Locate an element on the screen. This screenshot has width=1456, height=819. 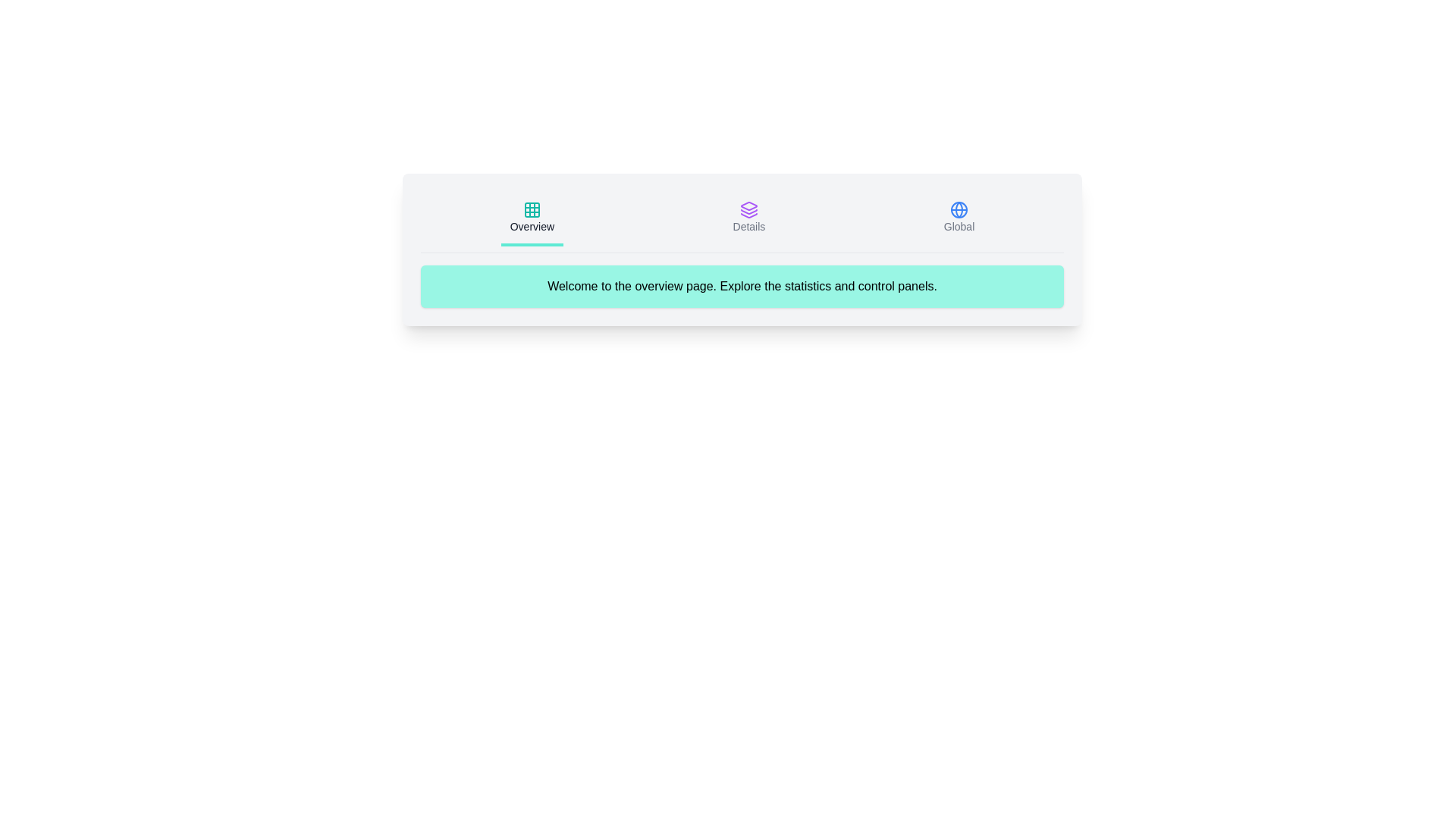
the icon corresponding to Overview is located at coordinates (532, 219).